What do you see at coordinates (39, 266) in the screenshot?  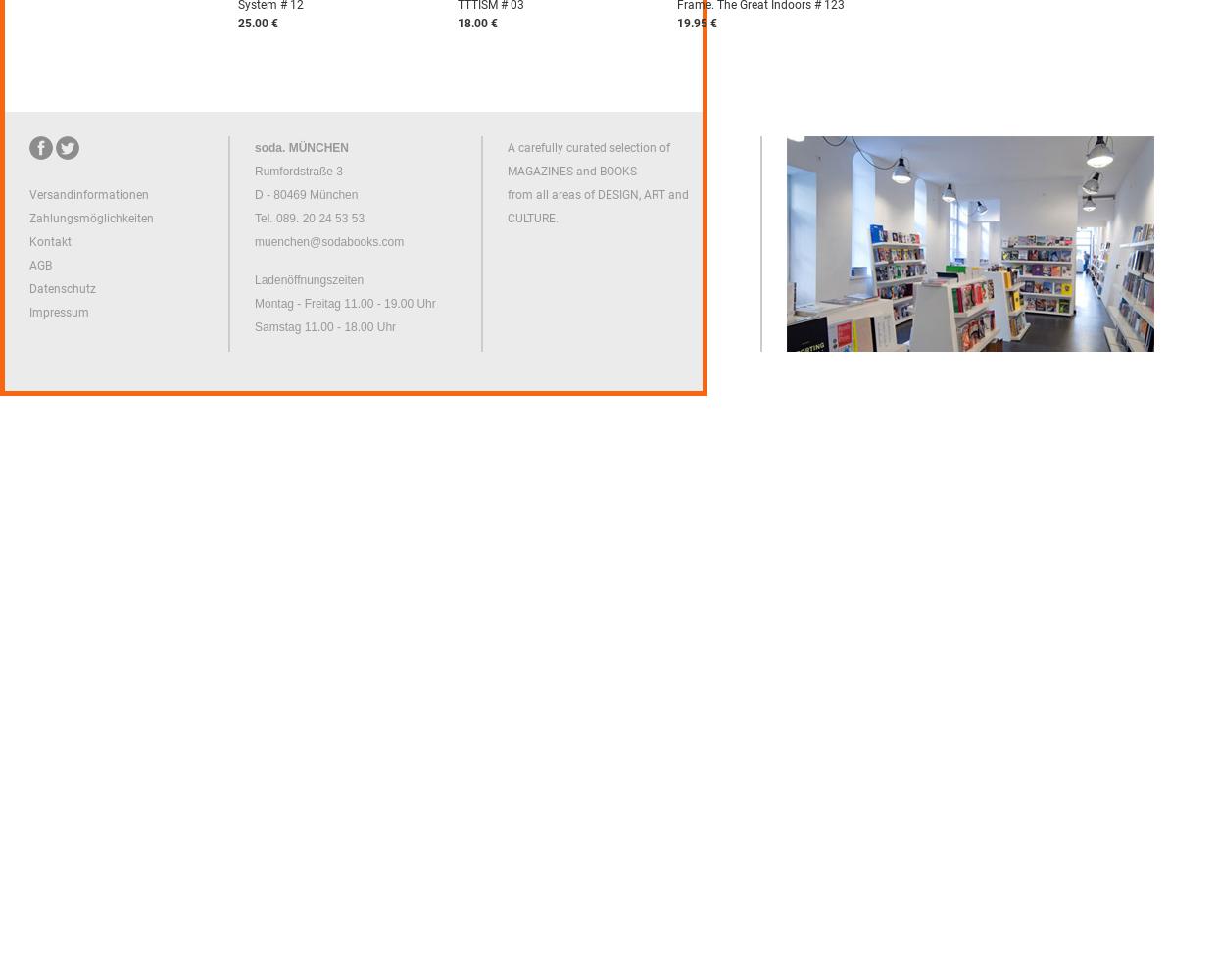 I see `'AGB'` at bounding box center [39, 266].